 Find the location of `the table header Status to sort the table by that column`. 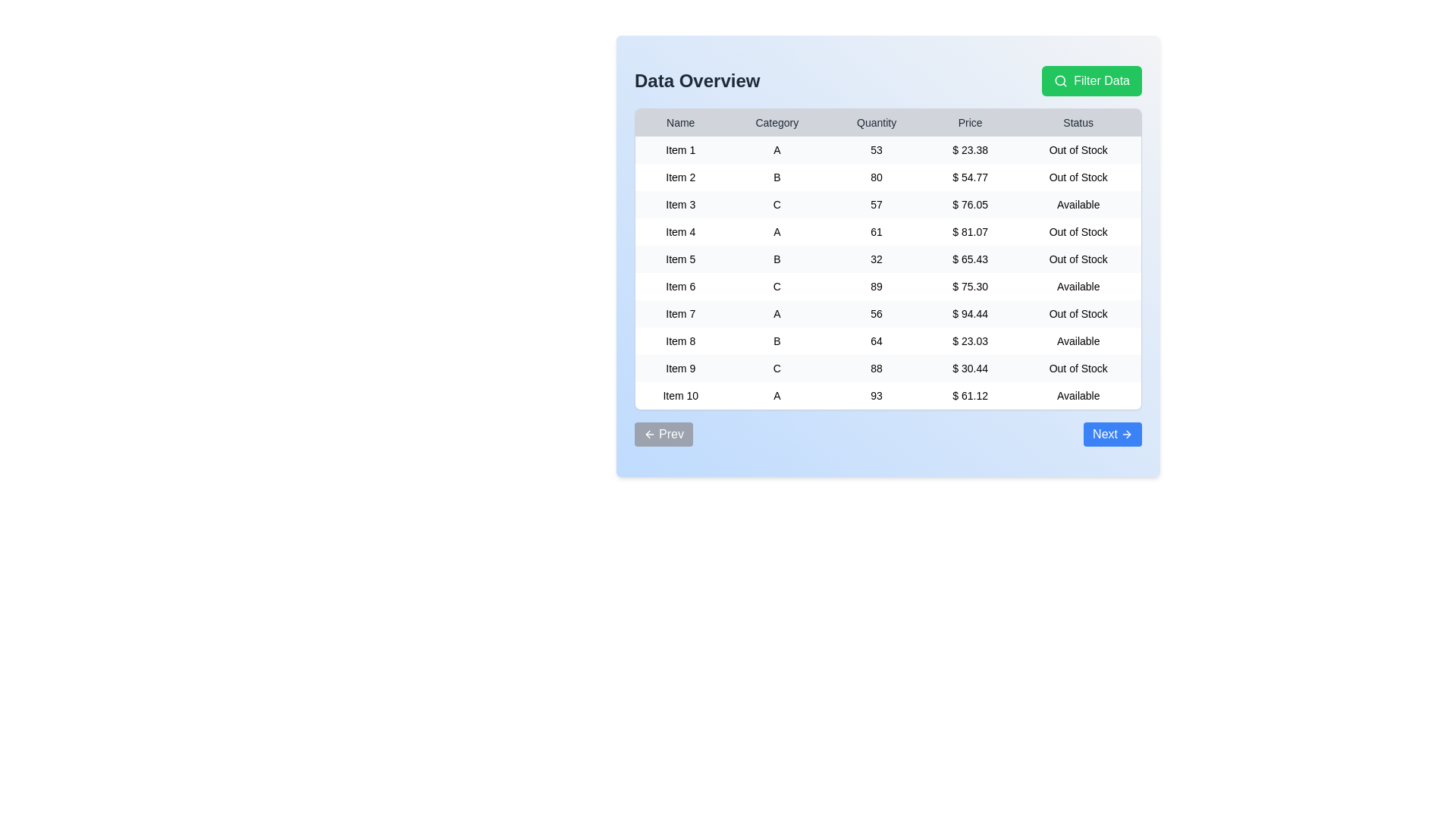

the table header Status to sort the table by that column is located at coordinates (1078, 122).